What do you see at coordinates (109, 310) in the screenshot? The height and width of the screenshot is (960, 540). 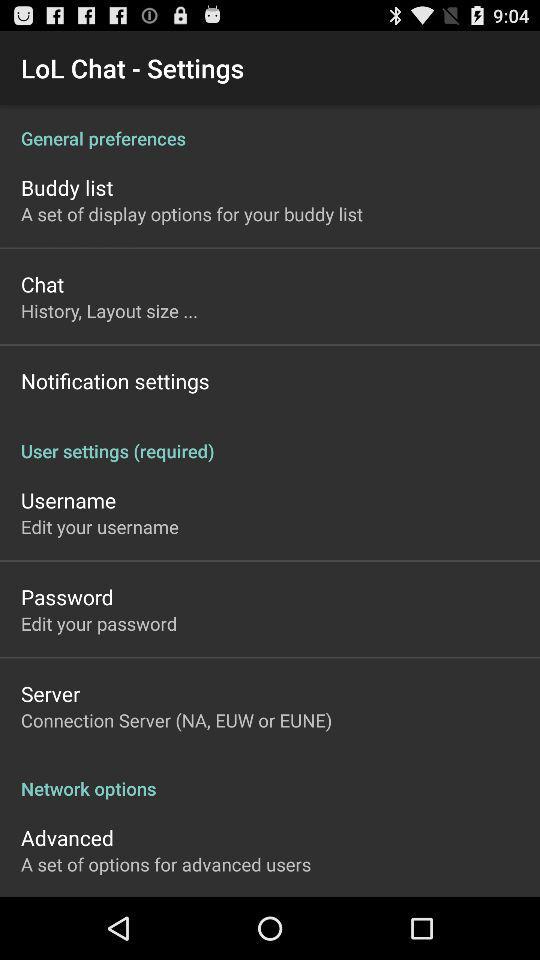 I see `the icon above notification settings icon` at bounding box center [109, 310].